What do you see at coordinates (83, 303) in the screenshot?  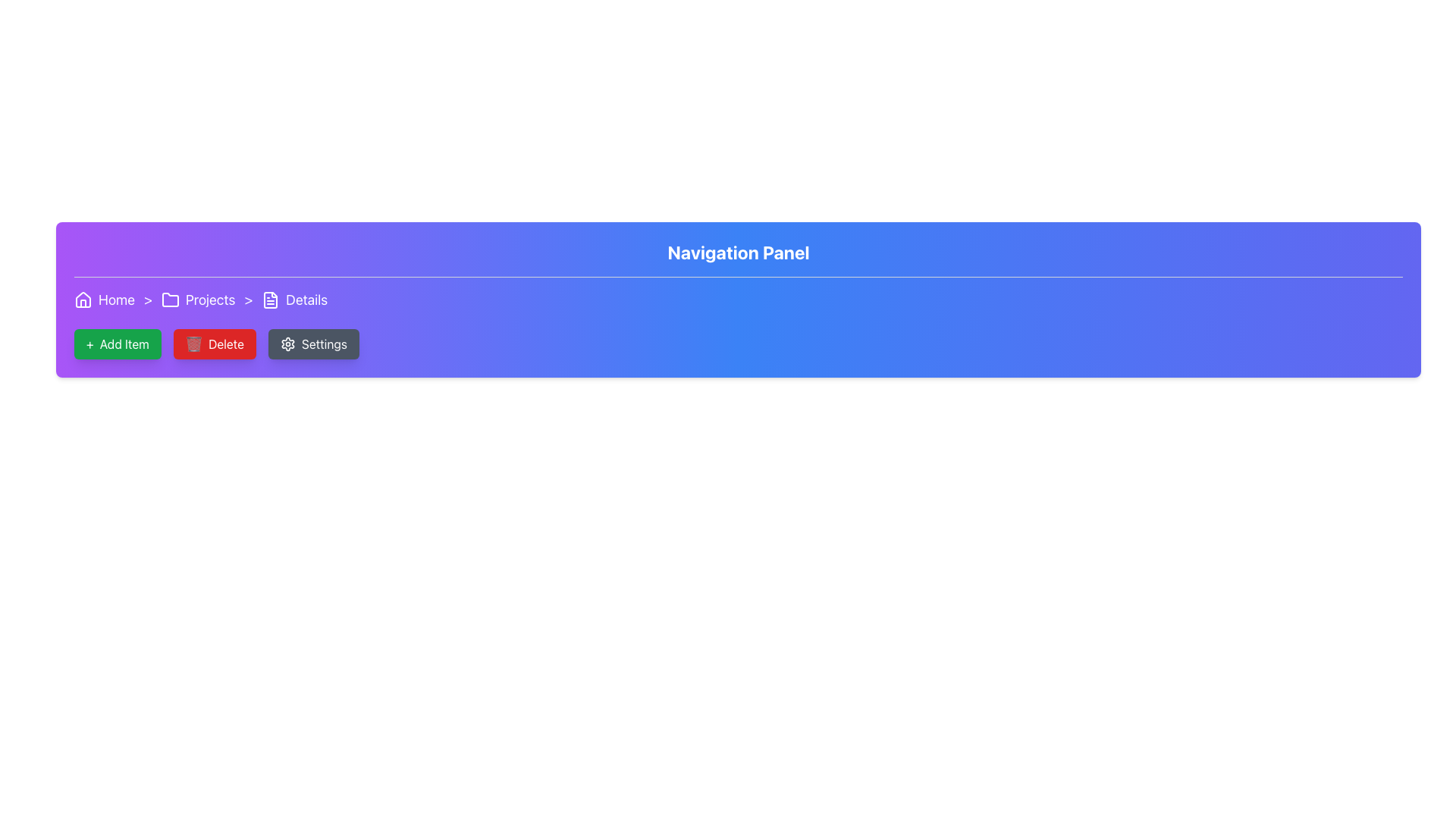 I see `the vector graphic component representing the 'Home' section of the breadcrumb navigation` at bounding box center [83, 303].